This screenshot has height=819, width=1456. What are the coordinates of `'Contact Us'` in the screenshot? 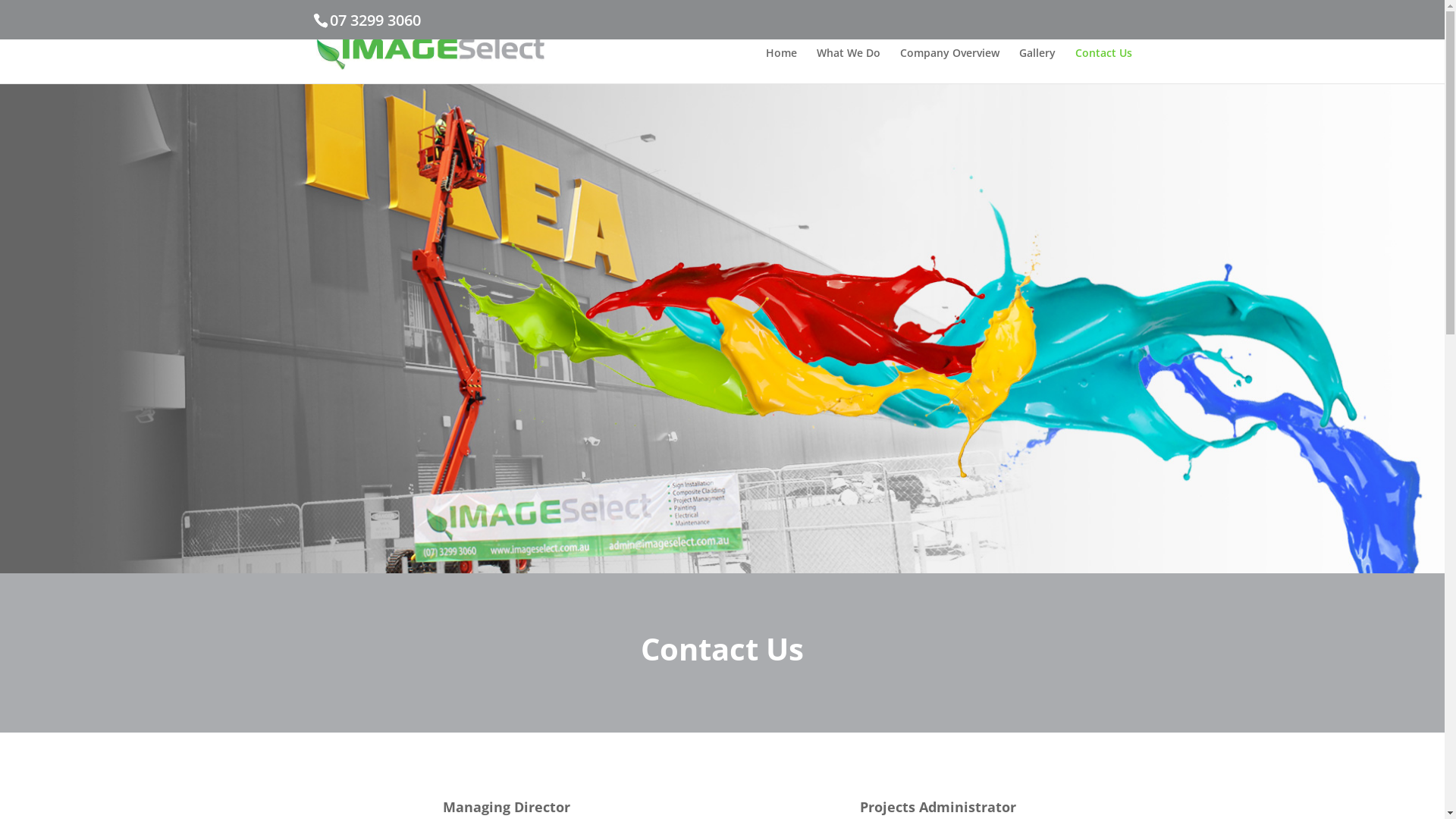 It's located at (1074, 64).